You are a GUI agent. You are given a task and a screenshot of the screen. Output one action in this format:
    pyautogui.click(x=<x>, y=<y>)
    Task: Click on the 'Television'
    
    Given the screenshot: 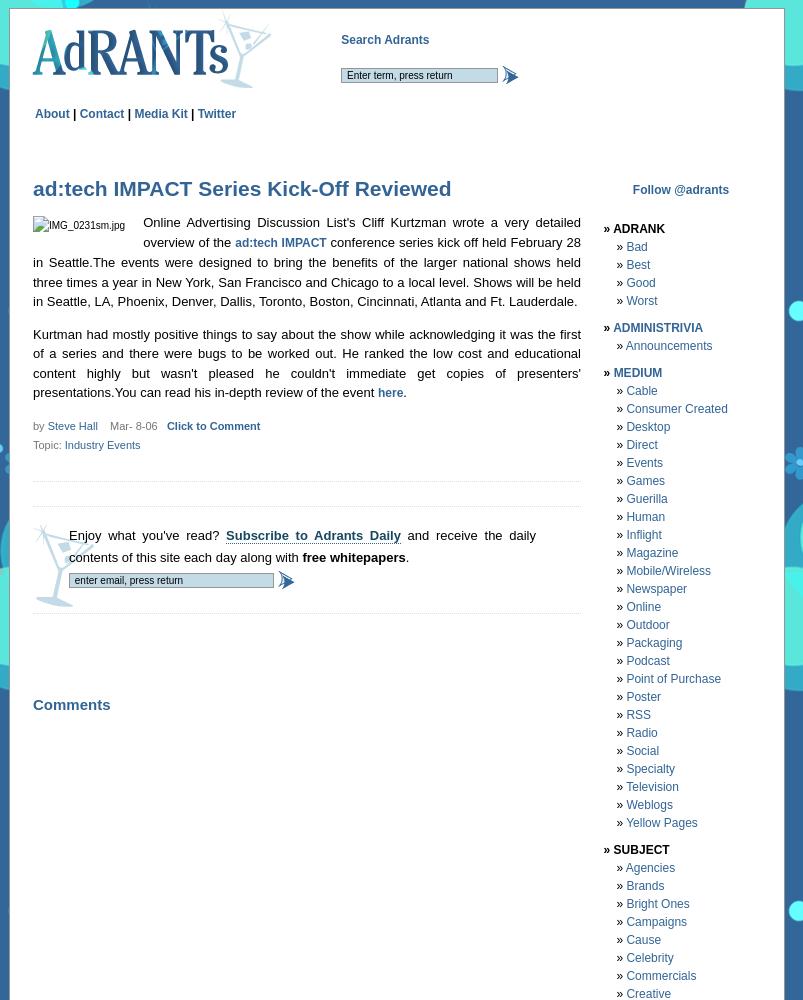 What is the action you would take?
    pyautogui.click(x=652, y=786)
    